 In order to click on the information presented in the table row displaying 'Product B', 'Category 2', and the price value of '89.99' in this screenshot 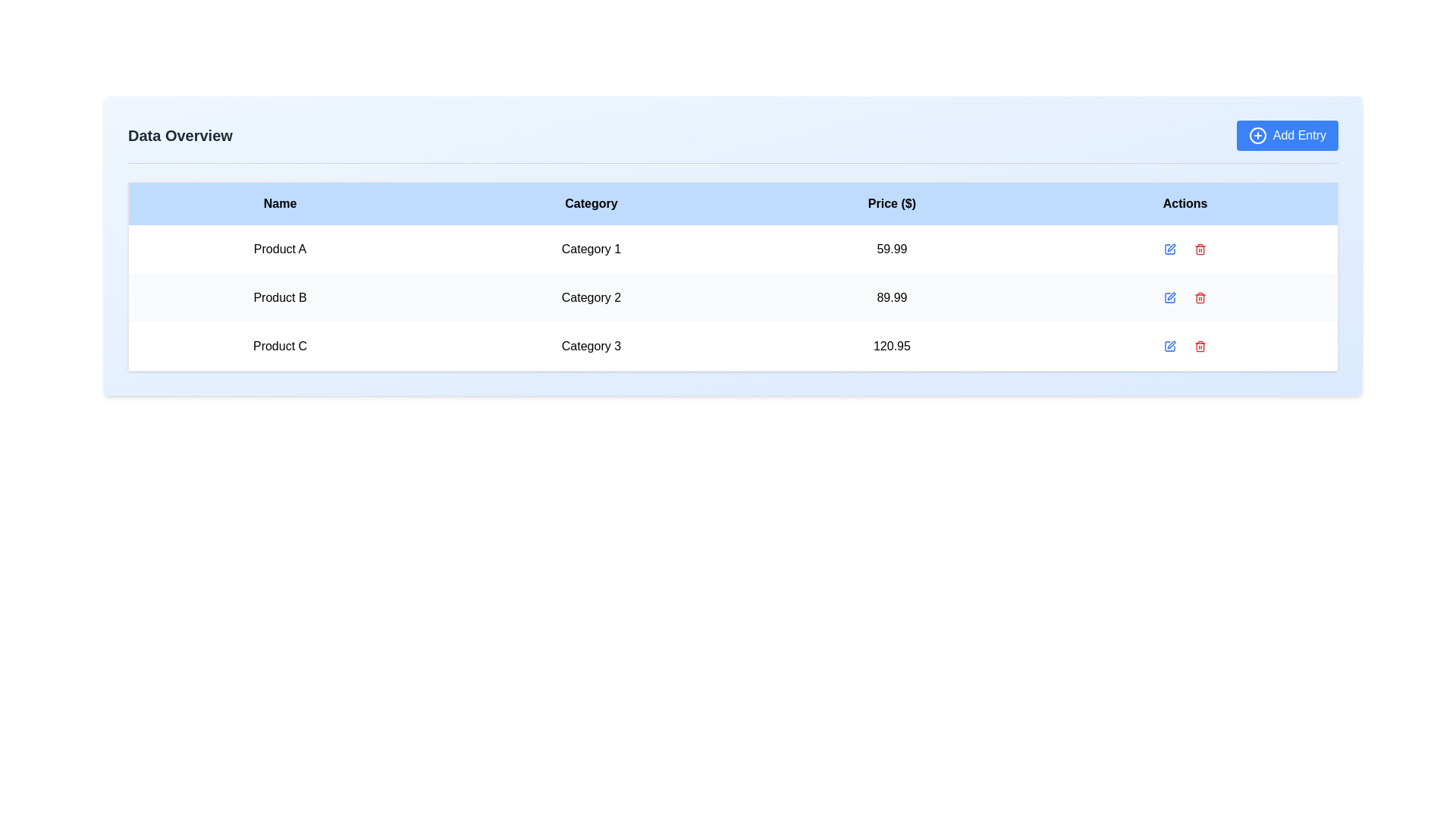, I will do `click(733, 298)`.